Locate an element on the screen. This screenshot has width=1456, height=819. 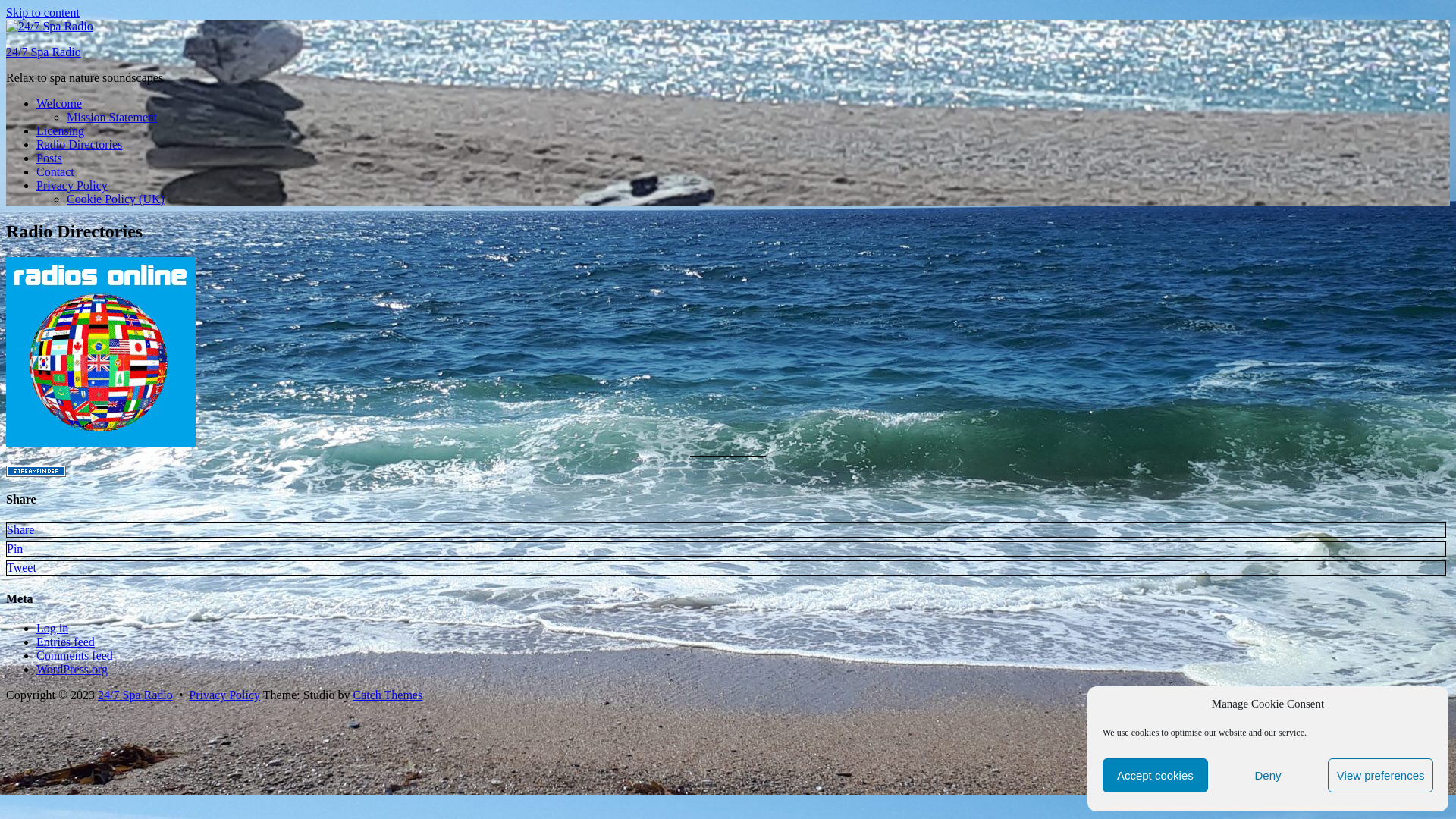
'Skip to content' is located at coordinates (42, 12).